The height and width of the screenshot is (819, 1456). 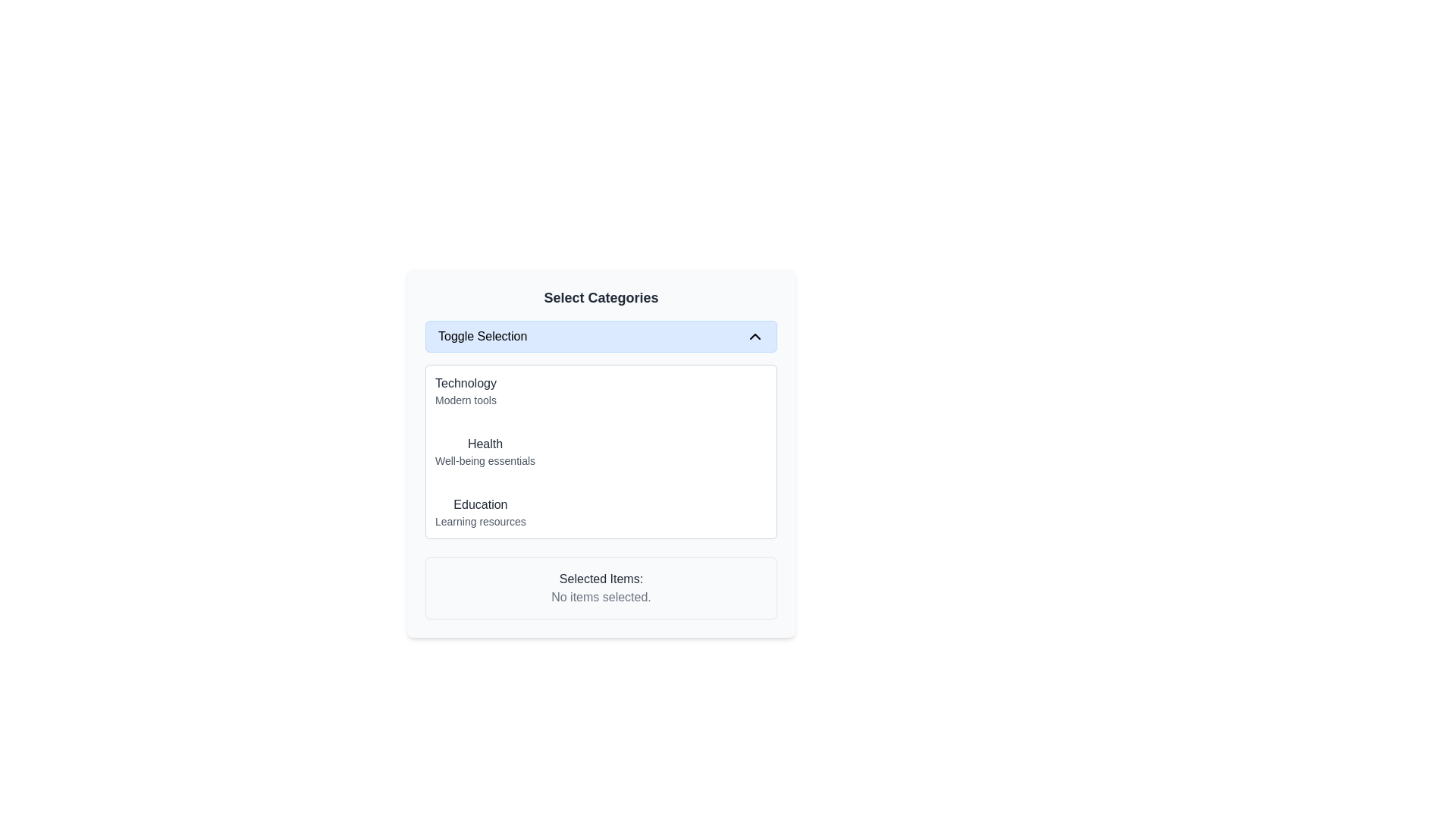 I want to click on the second item in the 'Select Categories' list, which represents a selectable category for health and well-being essentials, so click(x=484, y=451).